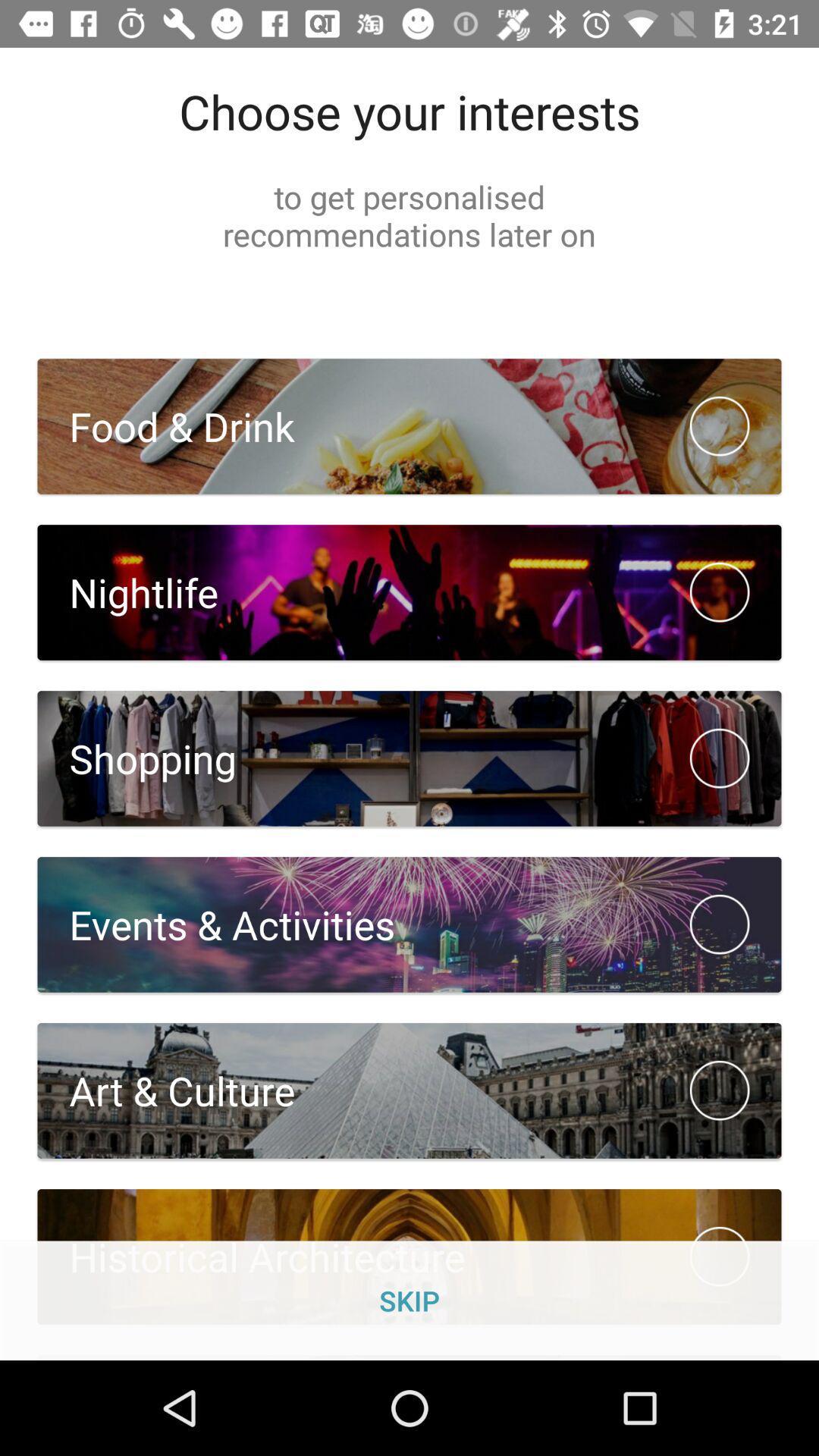 This screenshot has width=819, height=1456. I want to click on icon on the right side of art  culture, so click(719, 1090).